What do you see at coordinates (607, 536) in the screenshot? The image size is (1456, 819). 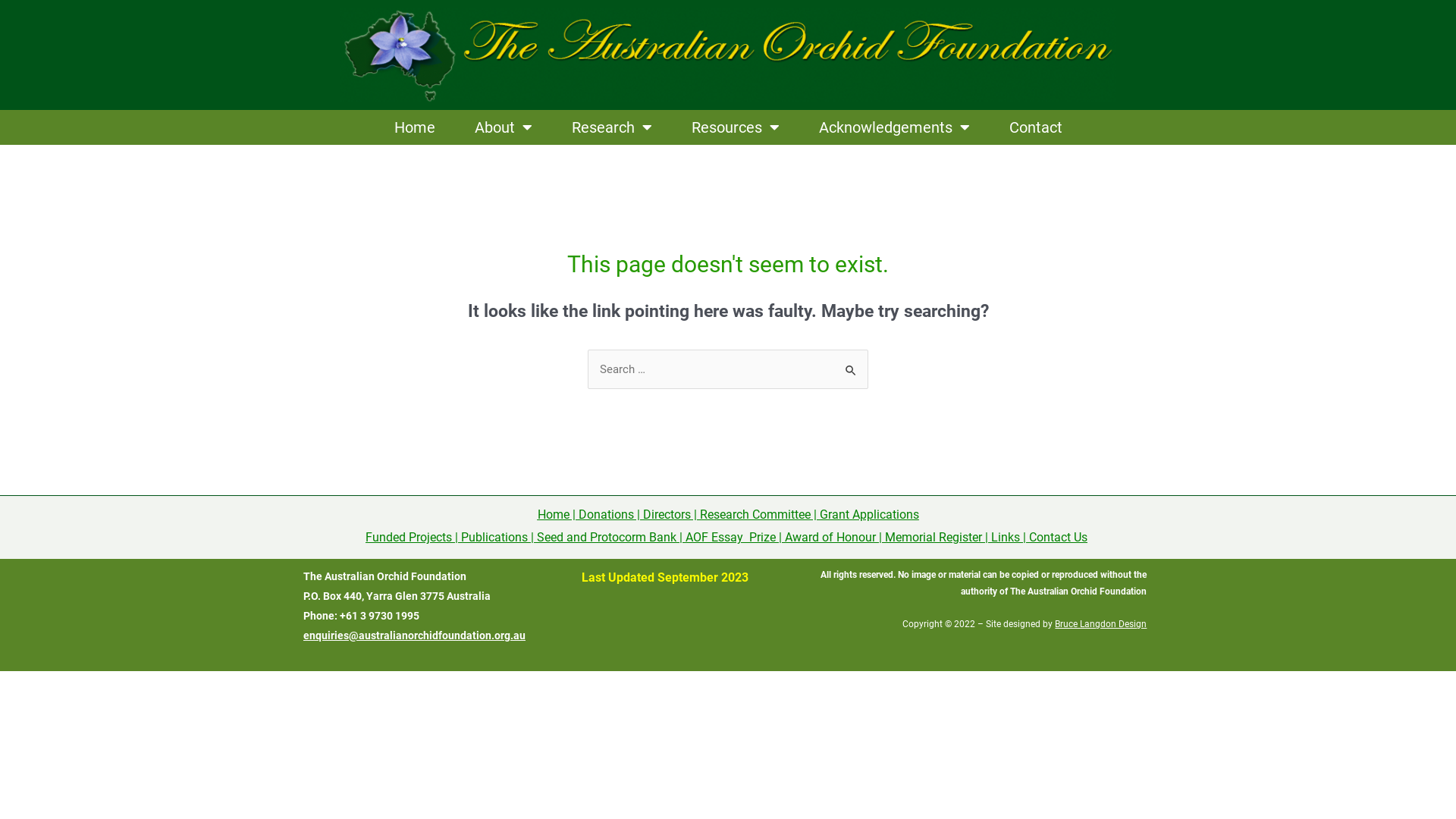 I see `'Seed and Protocorm Bank'` at bounding box center [607, 536].